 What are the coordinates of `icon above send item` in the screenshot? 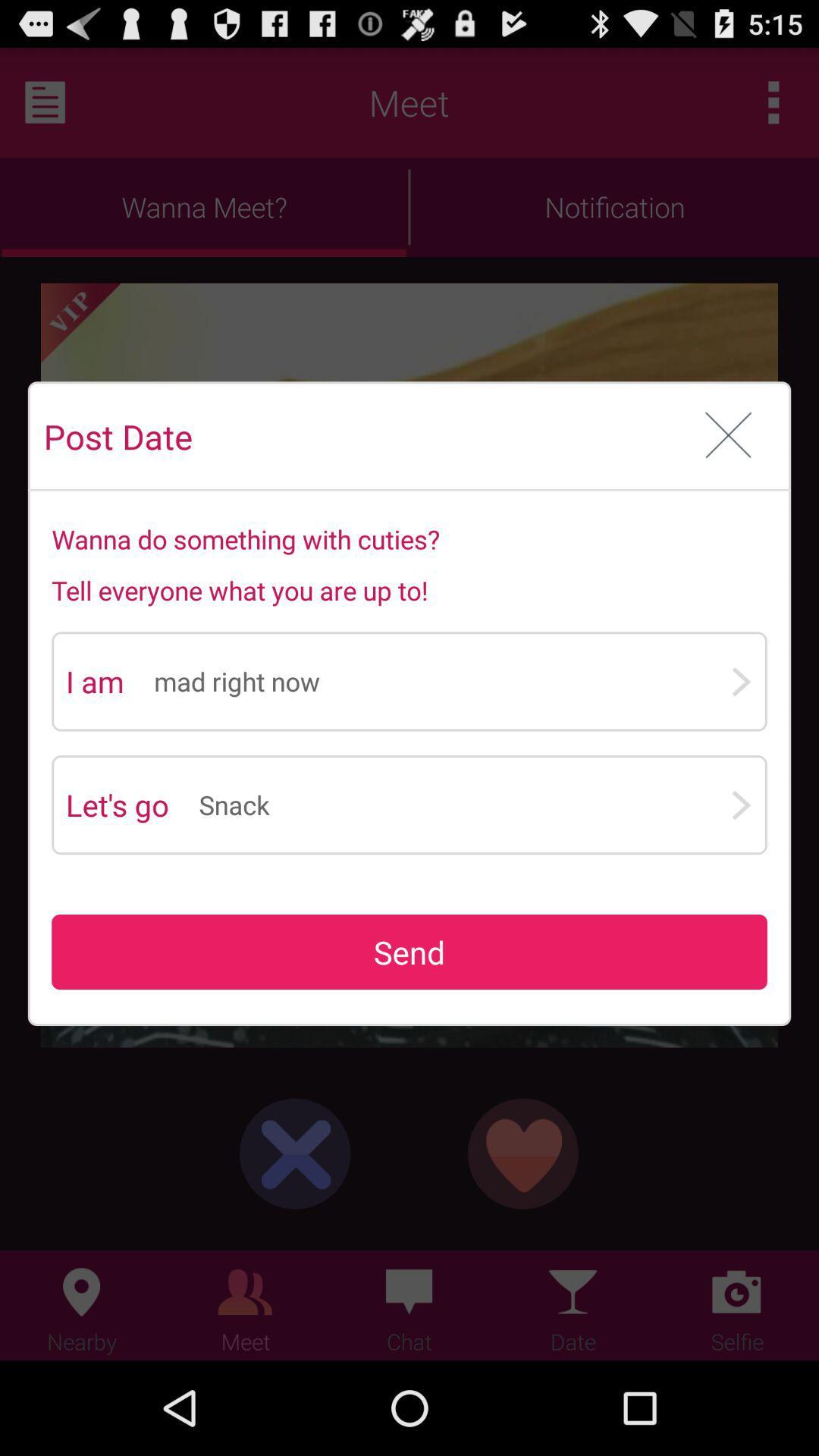 It's located at (463, 804).